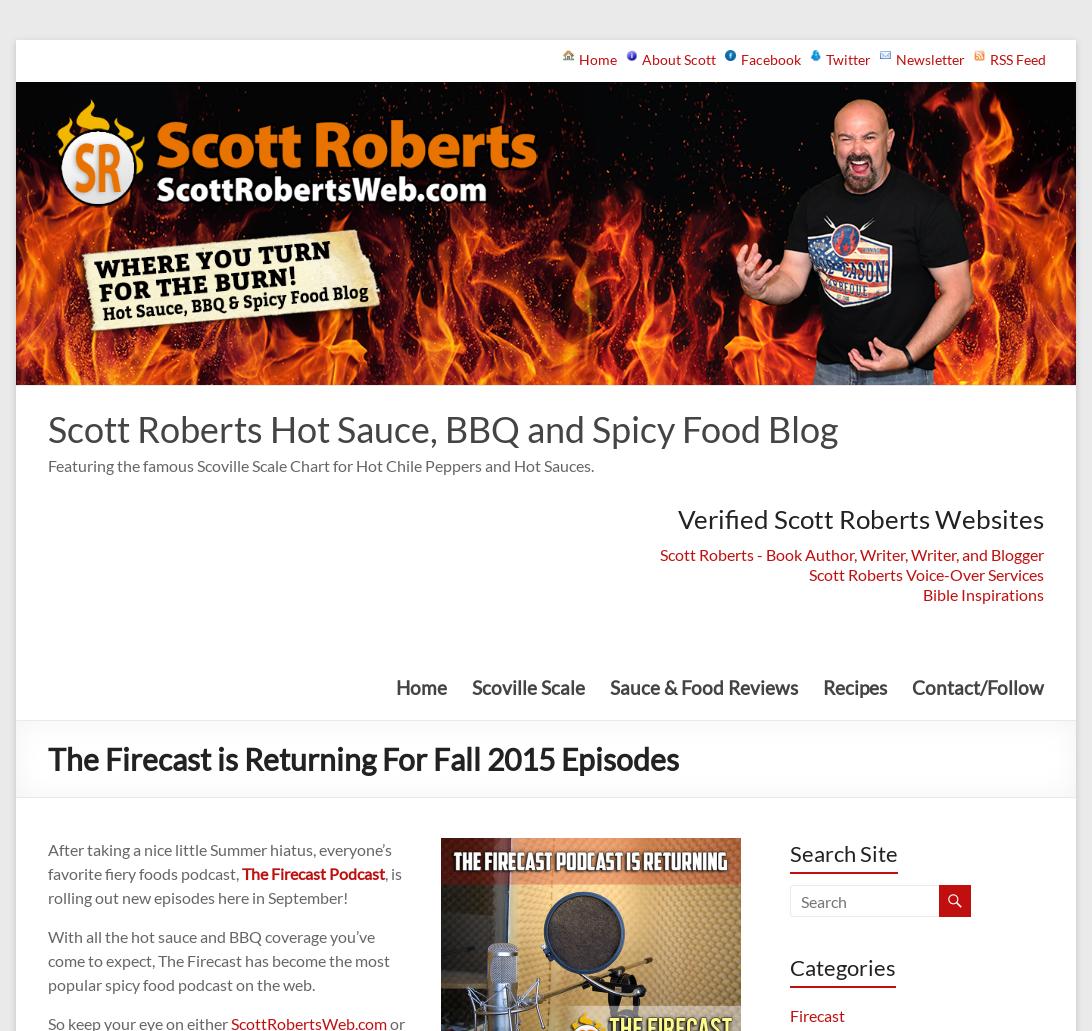  I want to click on 'Facebook', so click(769, 59).